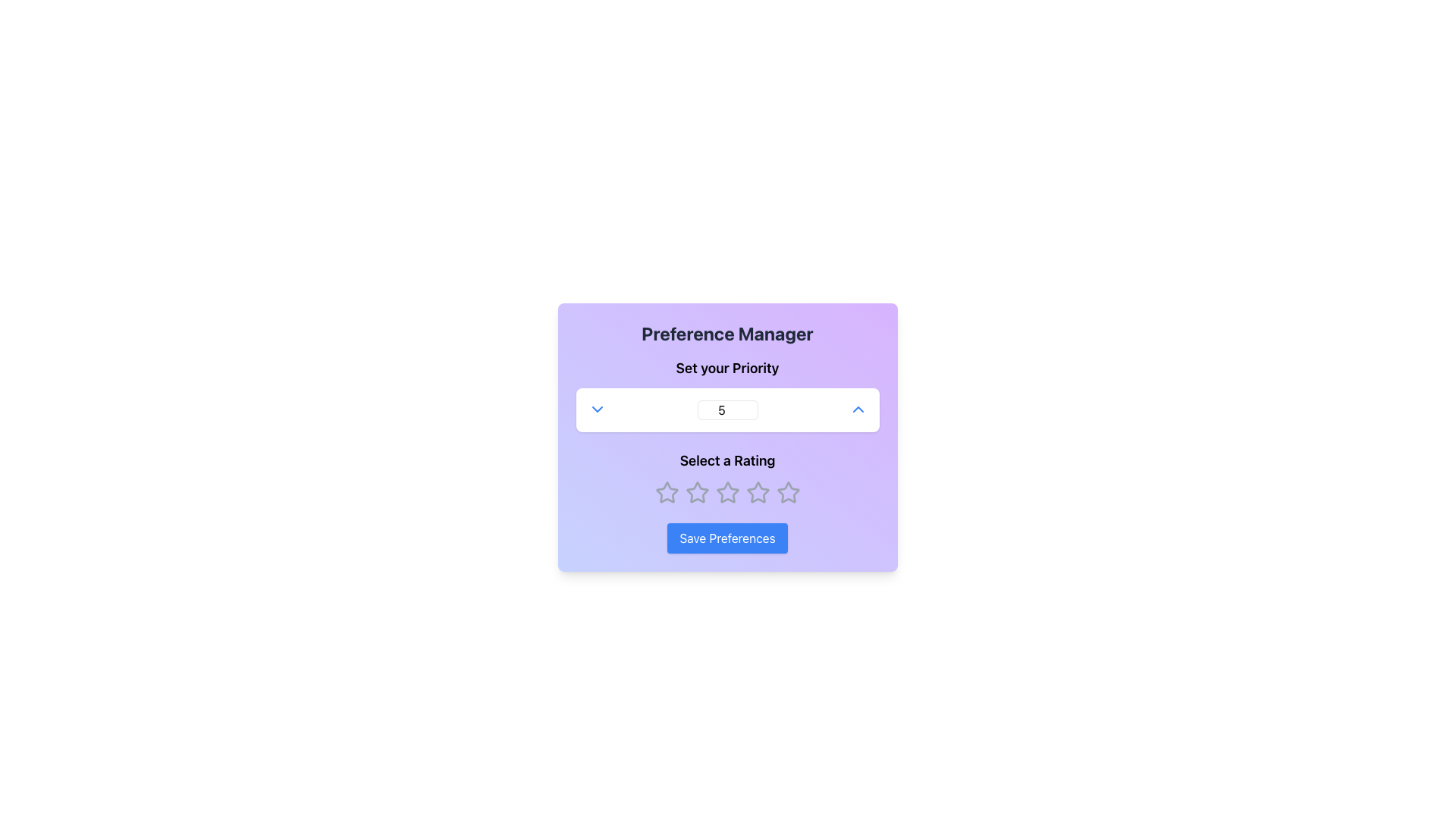 This screenshot has height=819, width=1456. I want to click on to focus on the Number Input Field that displays the number '5', which is a rectangular input box with a white background and thin black border, located centrally between two arrow buttons, so click(726, 409).